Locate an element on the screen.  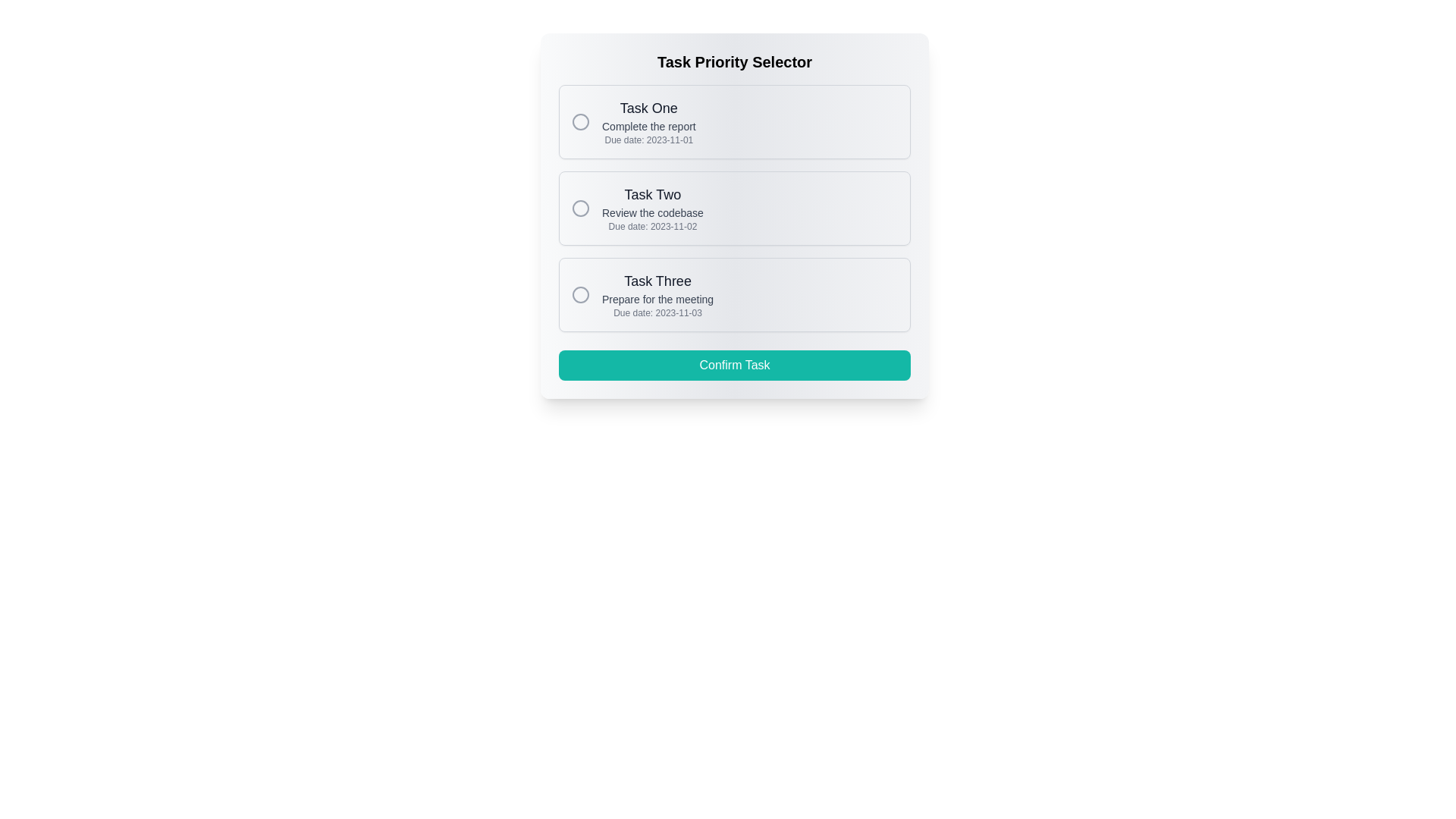
to select the second task in the vertically arranged list of tasks, which is located between 'Task One' and 'Task Three' is located at coordinates (735, 208).